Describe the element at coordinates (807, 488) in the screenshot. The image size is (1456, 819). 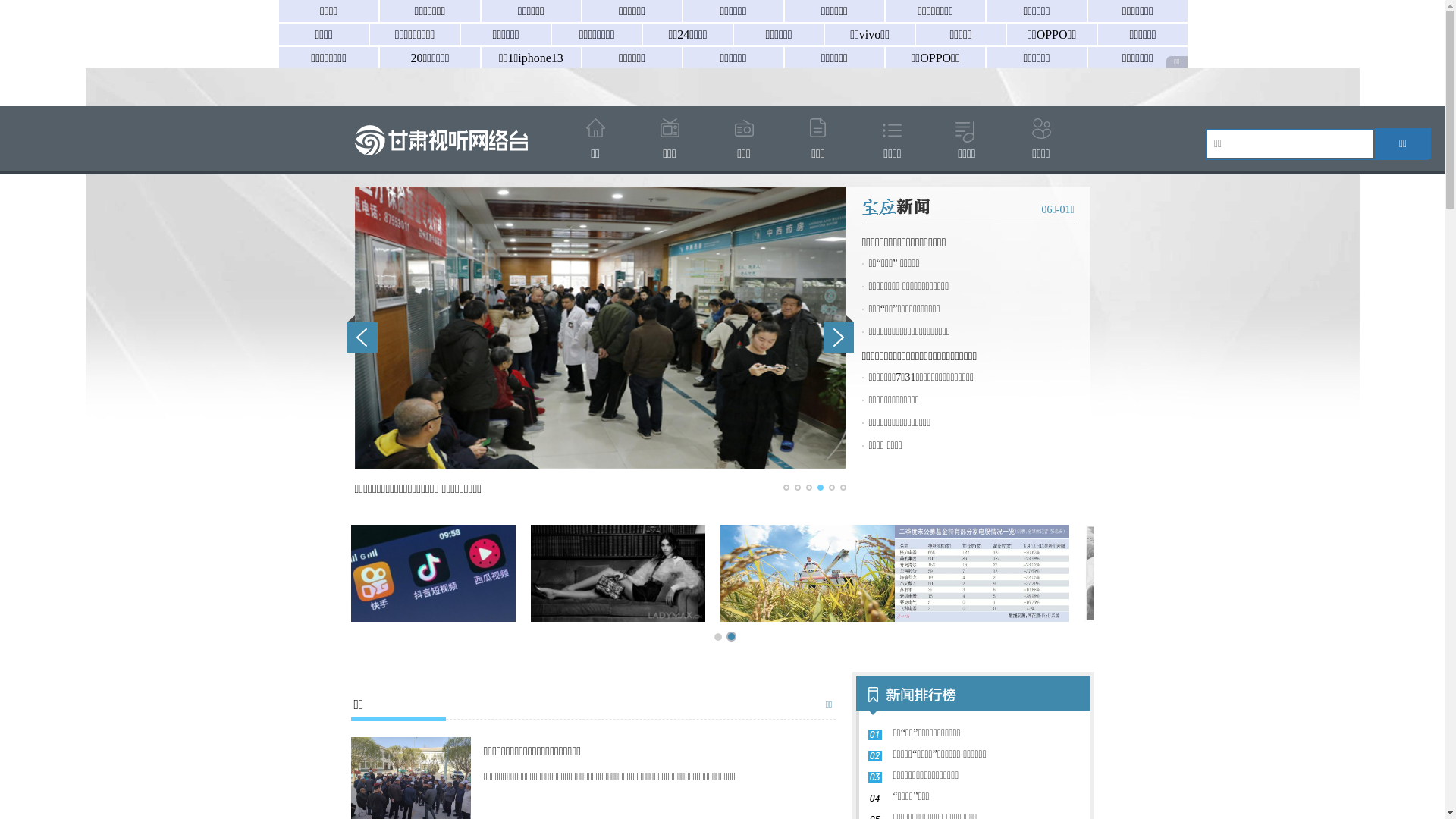
I see `'3'` at that location.